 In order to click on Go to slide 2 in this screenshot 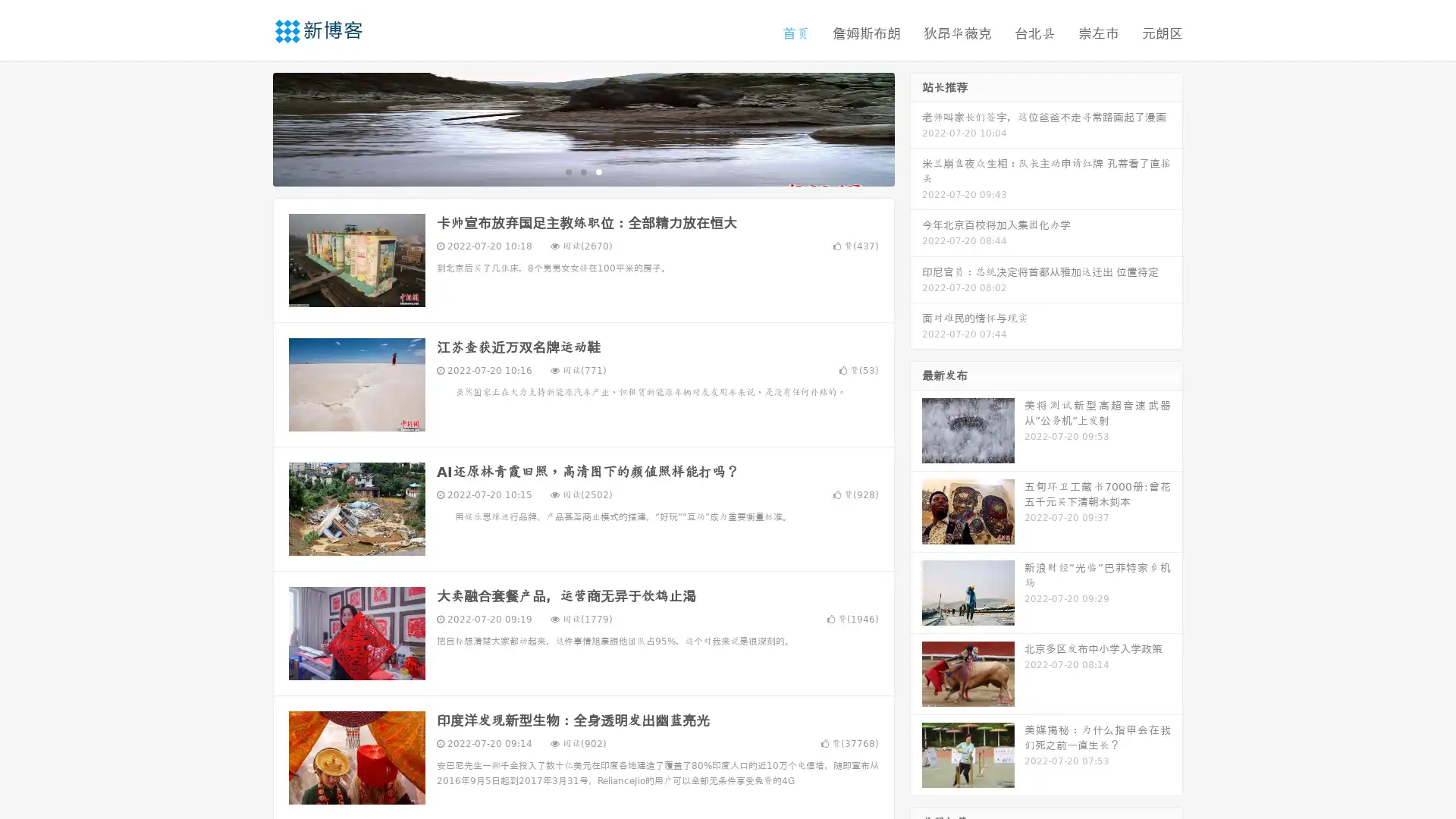, I will do `click(582, 171)`.